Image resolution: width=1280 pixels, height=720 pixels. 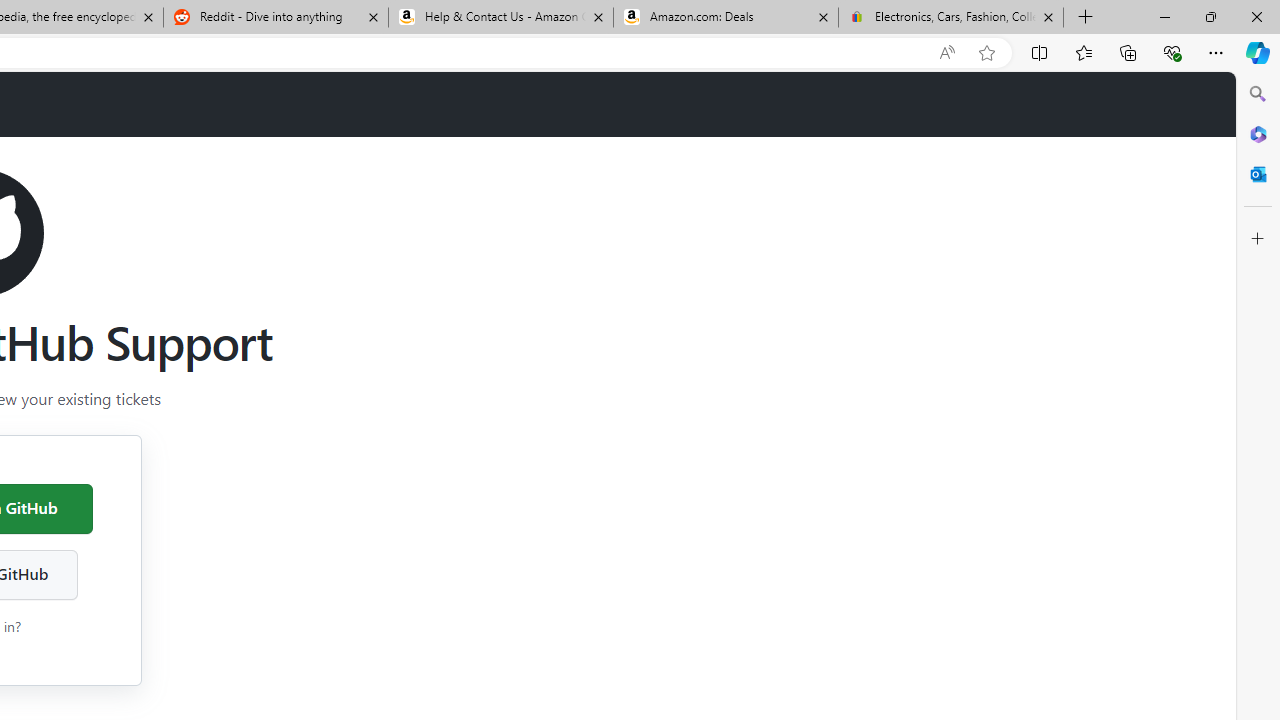 What do you see at coordinates (274, 17) in the screenshot?
I see `'Reddit - Dive into anything'` at bounding box center [274, 17].